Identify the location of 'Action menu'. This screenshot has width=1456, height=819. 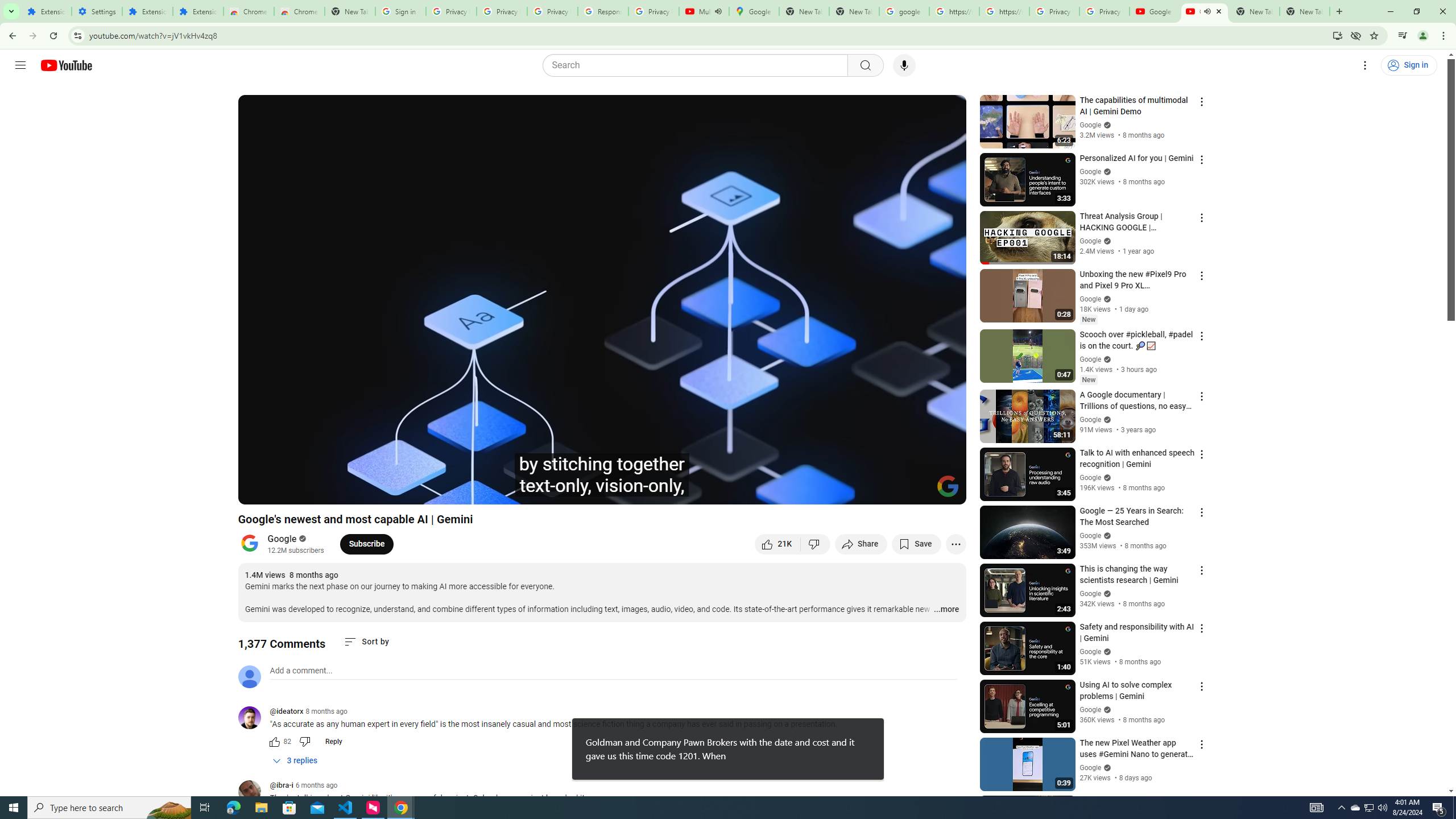
(1201, 802).